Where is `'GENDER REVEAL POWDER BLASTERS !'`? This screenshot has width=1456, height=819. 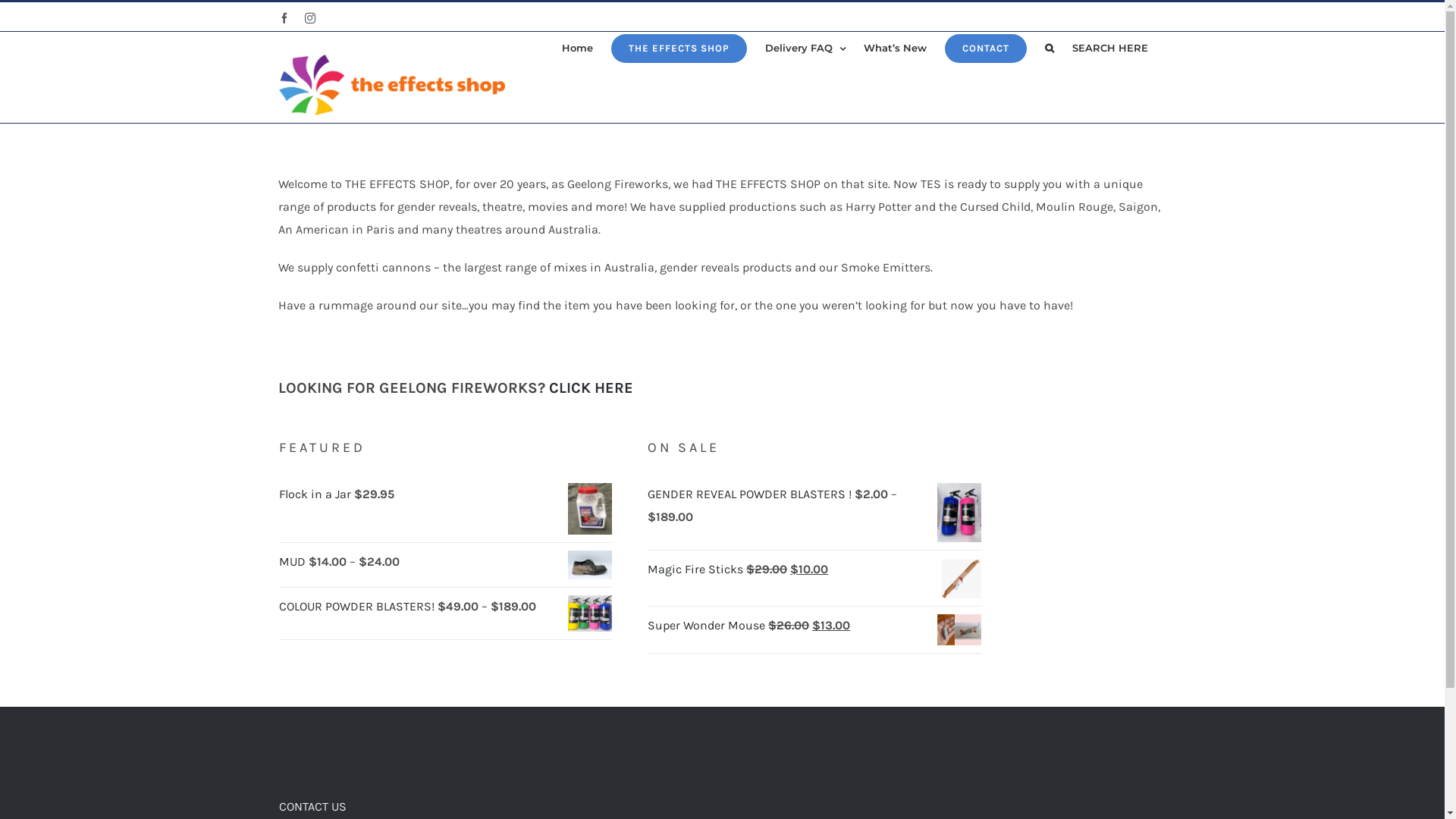
'GENDER REVEAL POWDER BLASTERS !' is located at coordinates (751, 494).